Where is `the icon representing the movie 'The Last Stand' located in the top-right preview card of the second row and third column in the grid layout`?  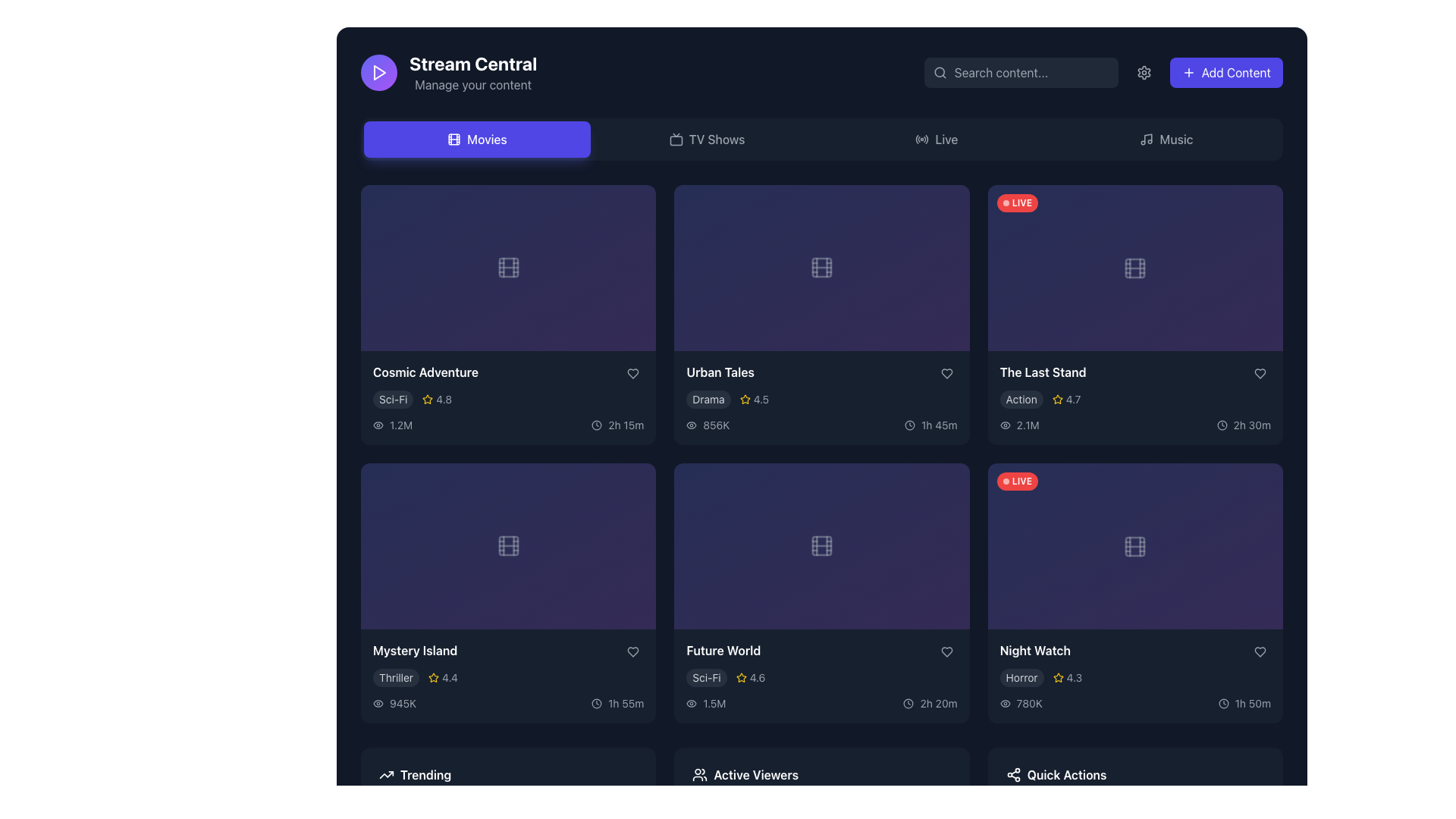 the icon representing the movie 'The Last Stand' located in the top-right preview card of the second row and third column in the grid layout is located at coordinates (1135, 267).